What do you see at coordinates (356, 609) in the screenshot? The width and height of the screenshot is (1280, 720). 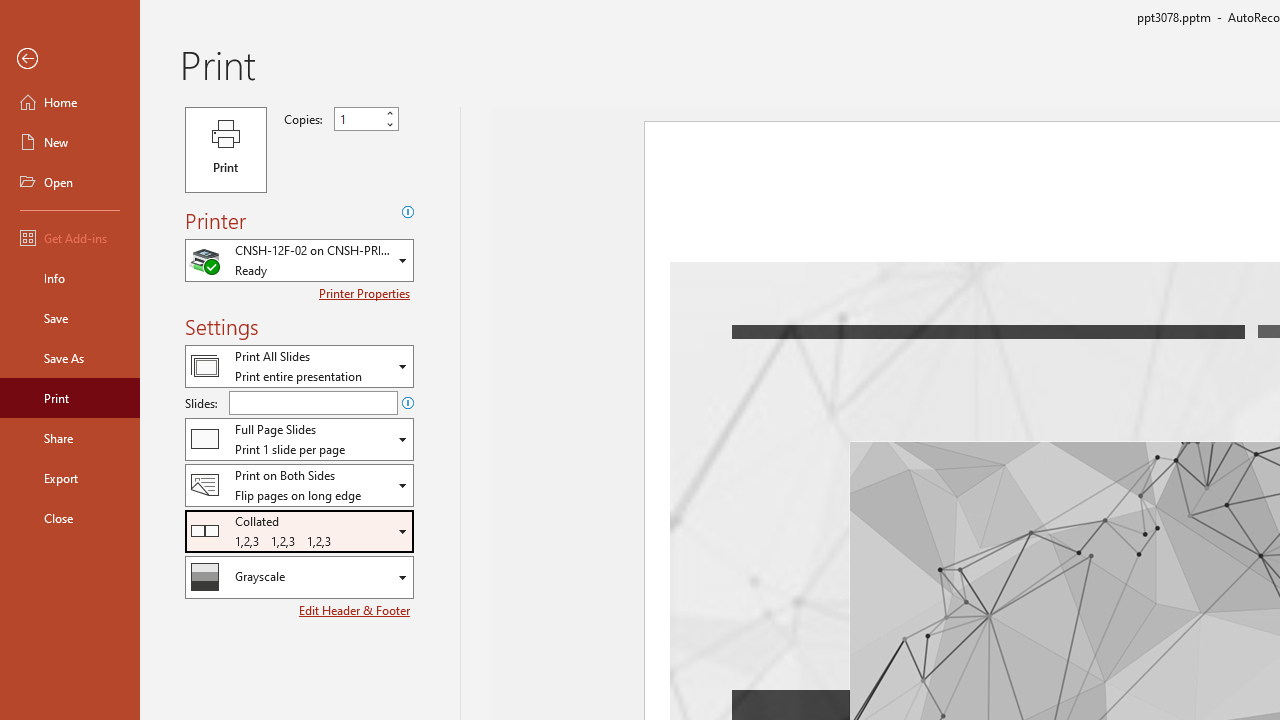 I see `'Edit Header & Footer'` at bounding box center [356, 609].